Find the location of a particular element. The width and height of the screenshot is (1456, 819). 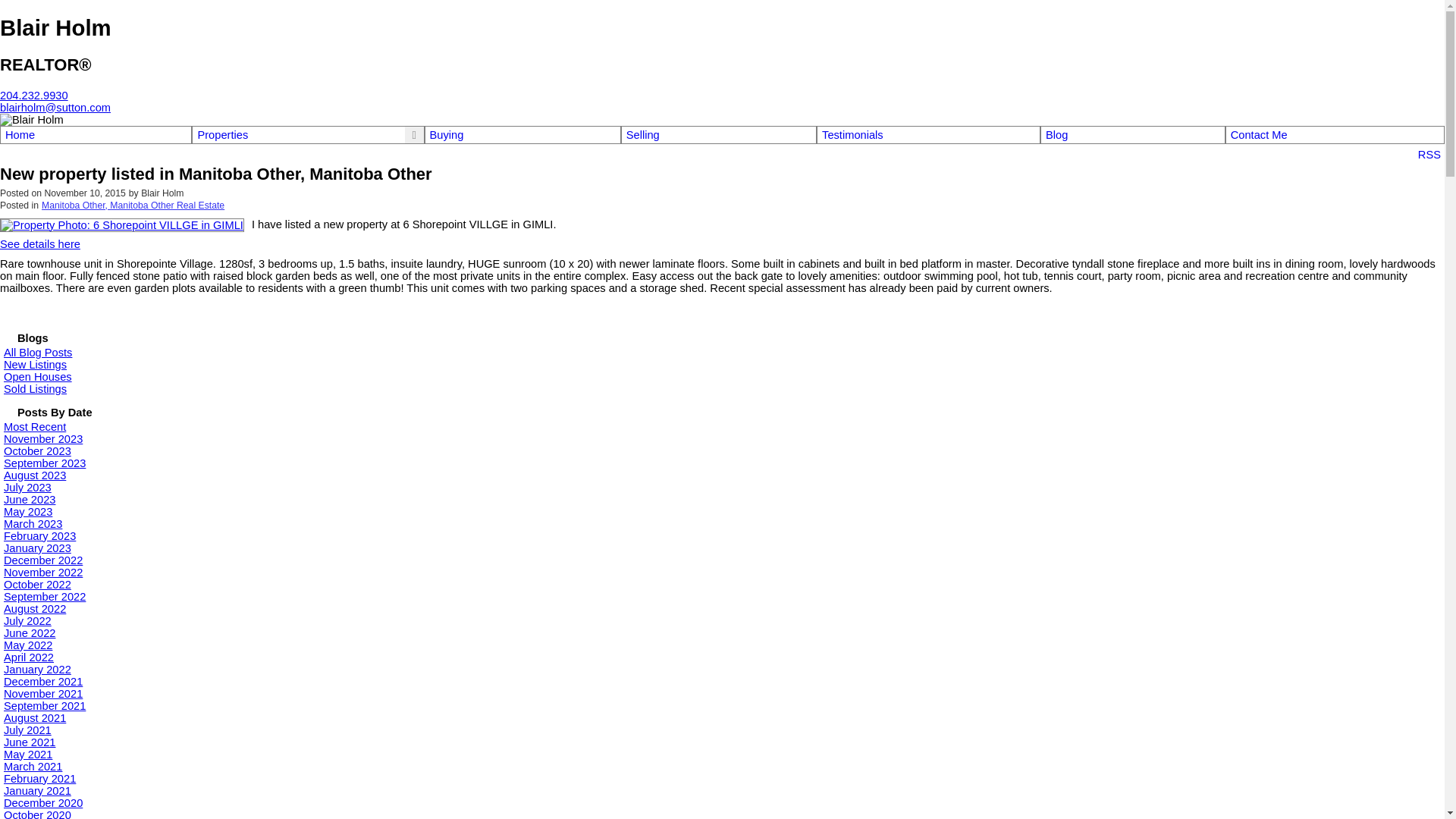

'July 2021' is located at coordinates (27, 730).